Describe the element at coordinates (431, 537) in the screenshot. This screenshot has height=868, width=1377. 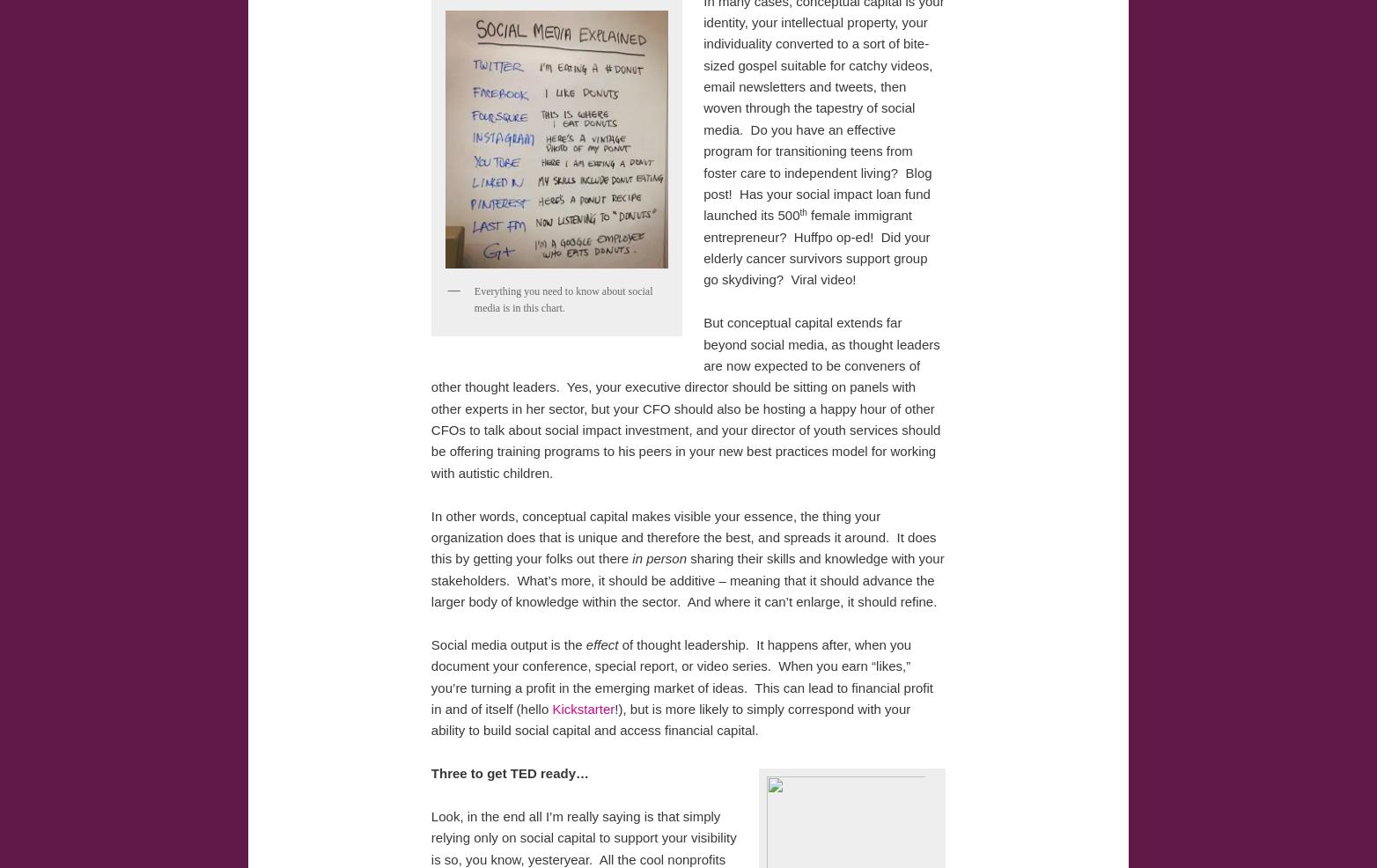
I see `'In other words, conceptual capital makes visible your essence, the thing your organization does that is unique and therefore the best, and spreads it around.  It does this by getting your folks out there'` at that location.